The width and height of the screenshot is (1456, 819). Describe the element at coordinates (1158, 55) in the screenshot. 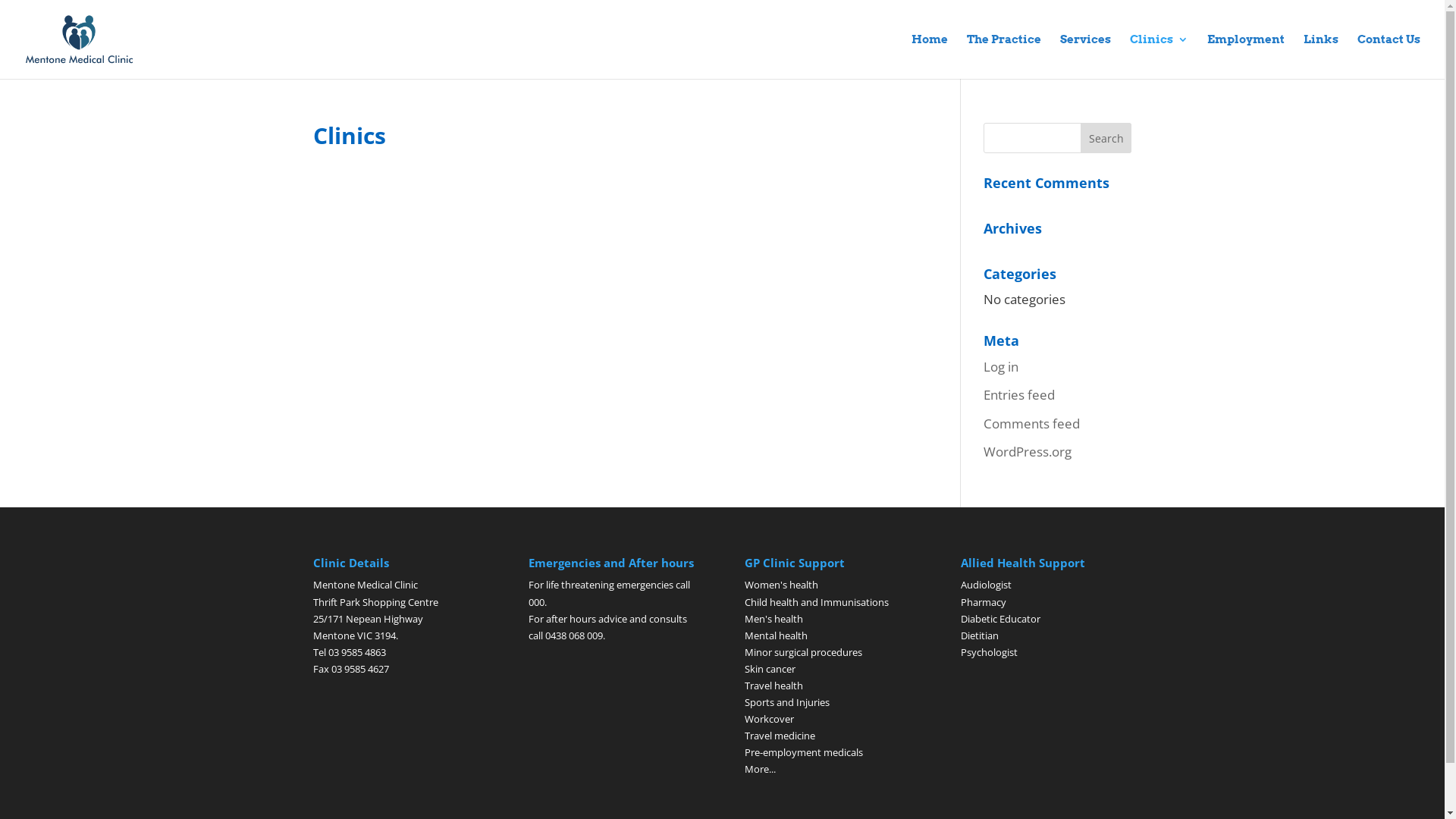

I see `'Clinics'` at that location.